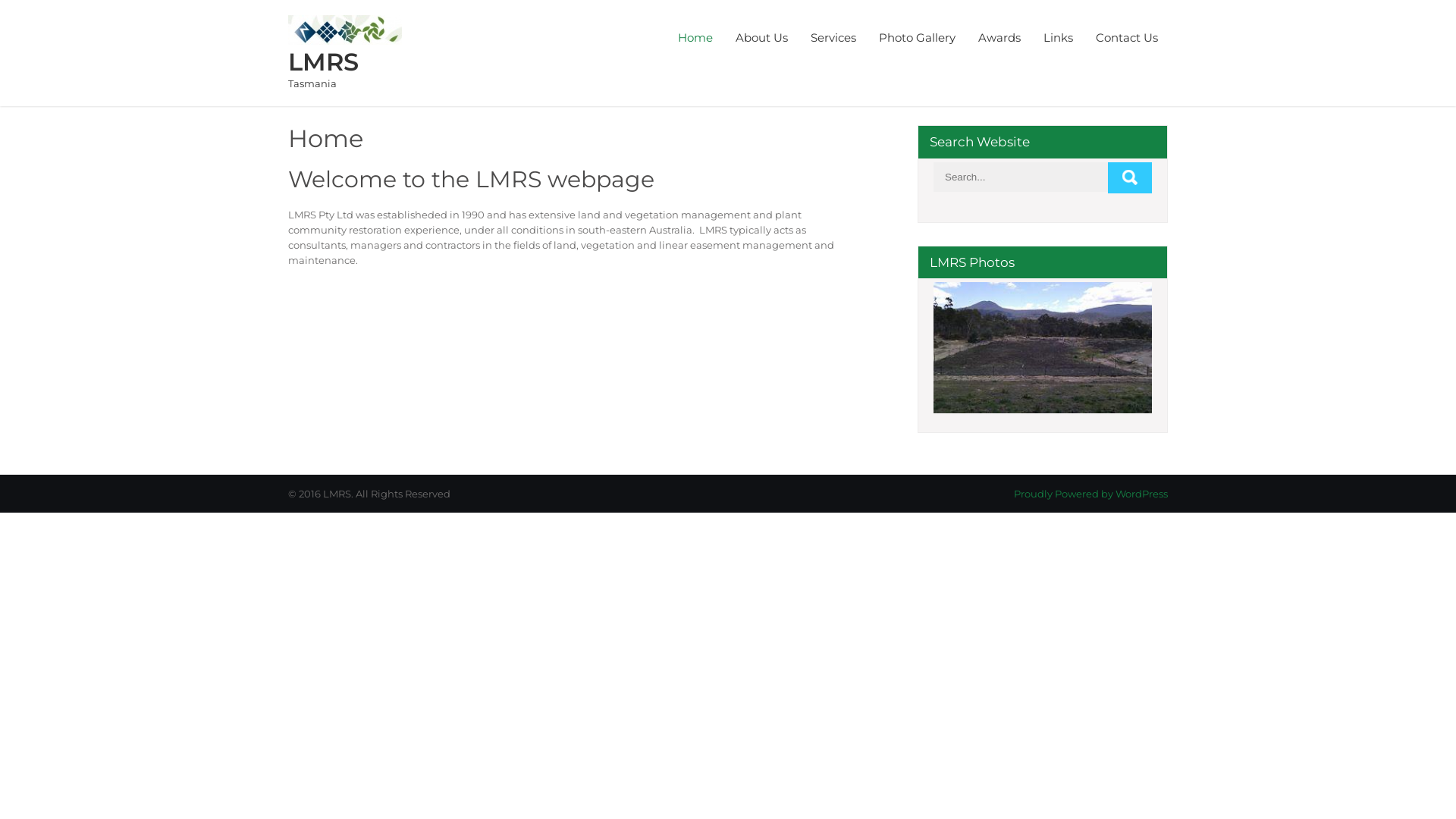 Image resolution: width=1456 pixels, height=819 pixels. Describe the element at coordinates (761, 37) in the screenshot. I see `'About Us'` at that location.